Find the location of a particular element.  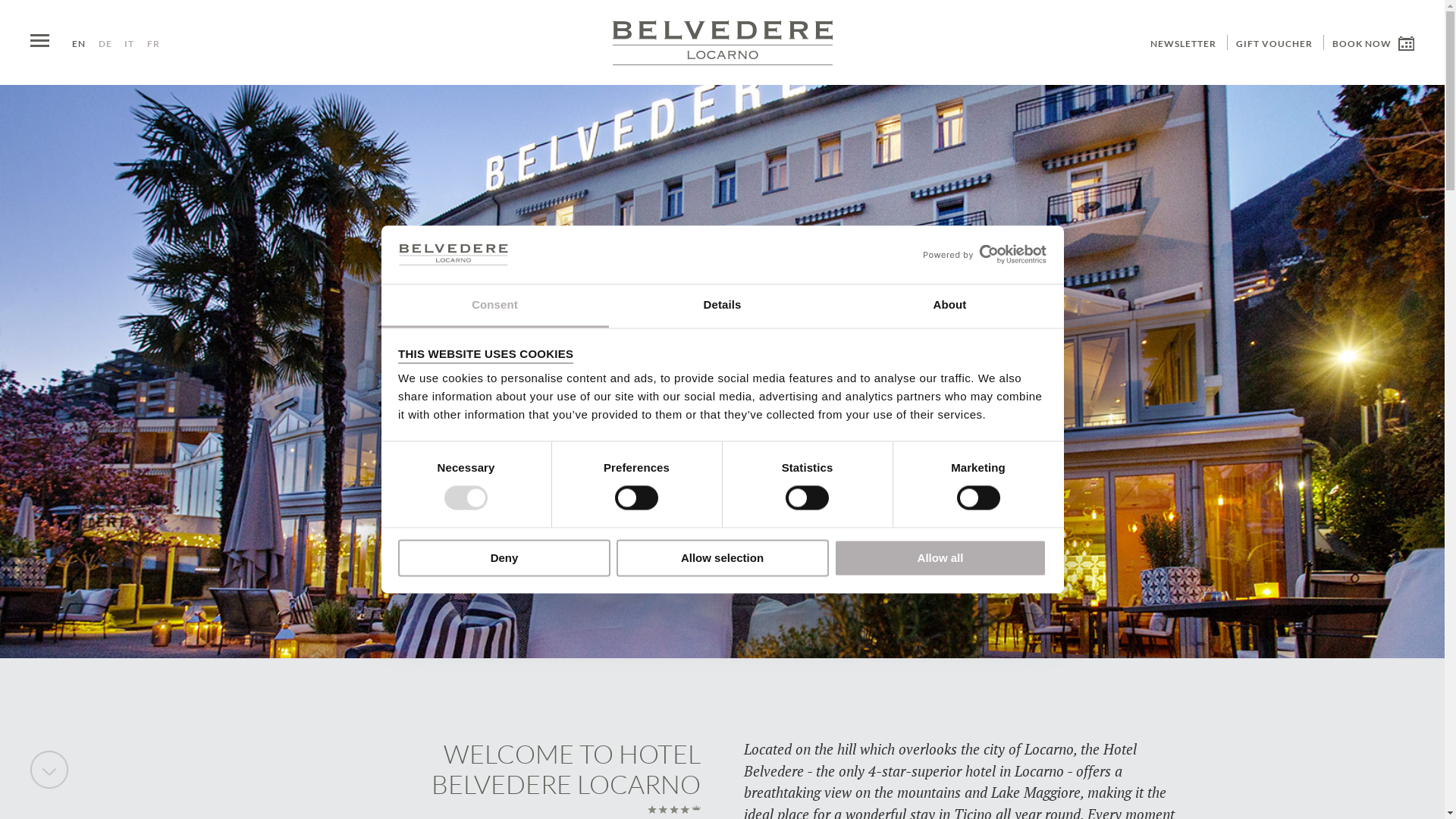

'FR' is located at coordinates (153, 42).